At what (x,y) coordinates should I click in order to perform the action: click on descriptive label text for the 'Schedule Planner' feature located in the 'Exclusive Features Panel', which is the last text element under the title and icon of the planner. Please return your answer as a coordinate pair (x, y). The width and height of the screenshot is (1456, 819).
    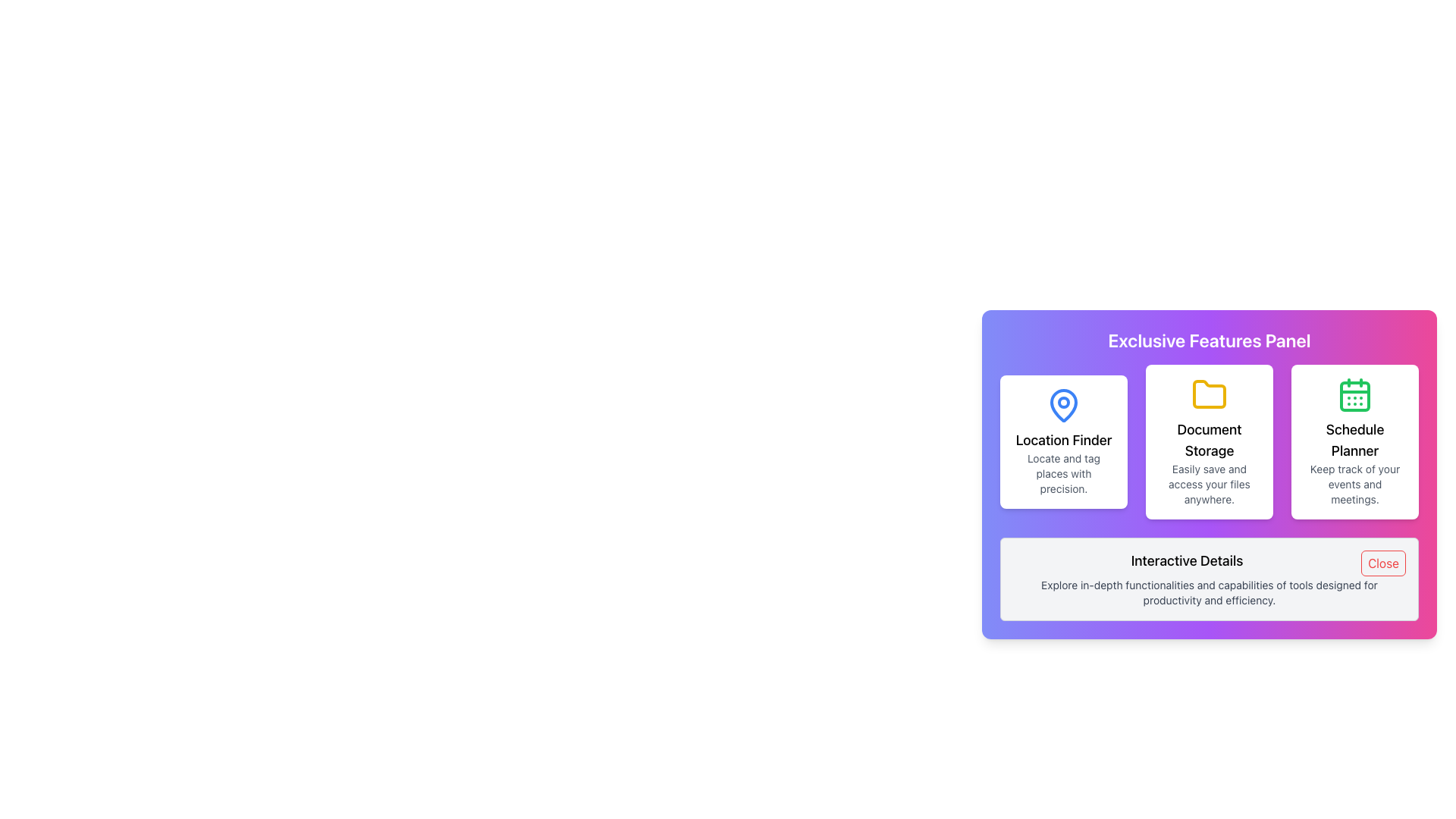
    Looking at the image, I should click on (1354, 485).